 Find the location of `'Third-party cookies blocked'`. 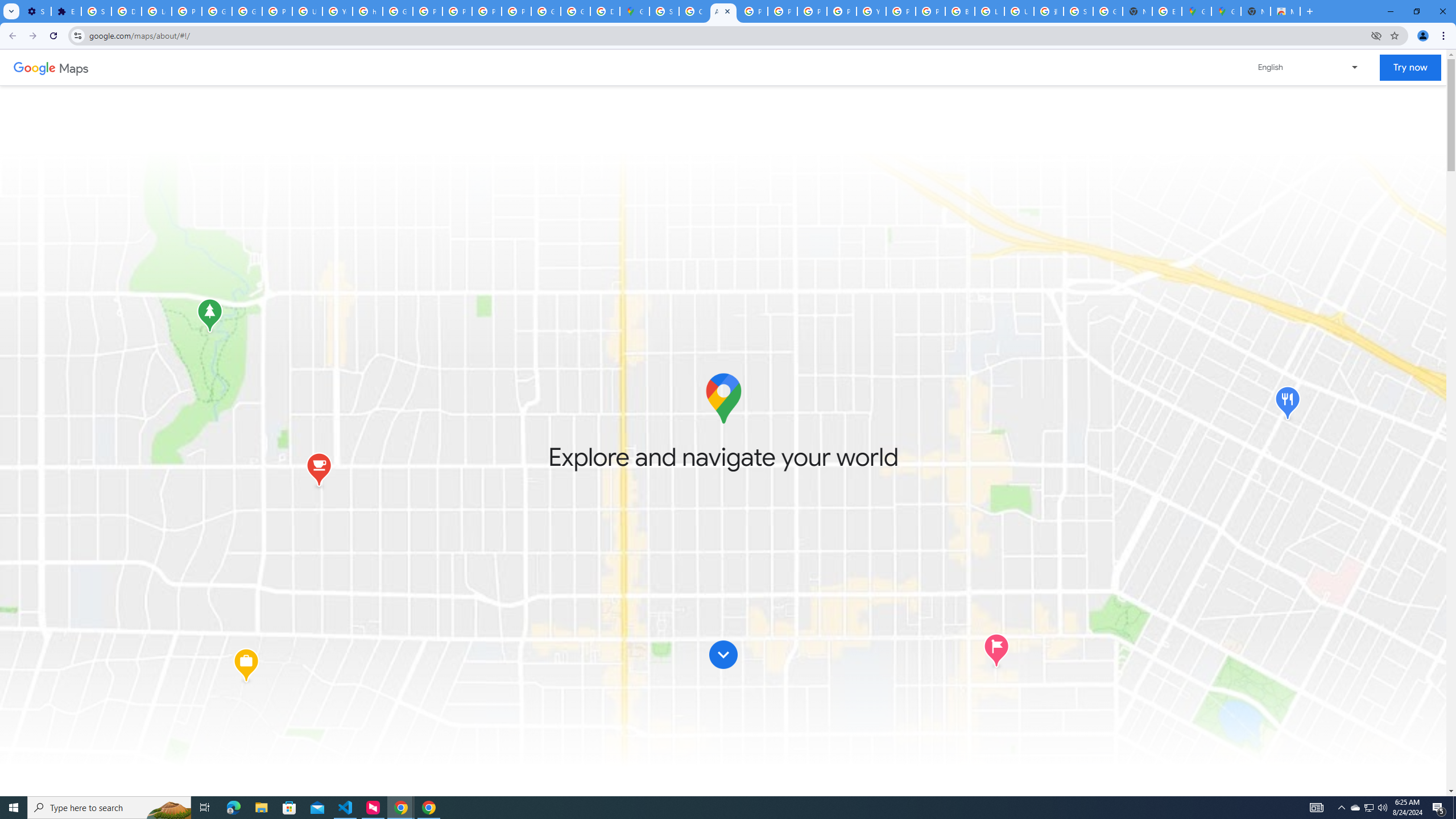

'Third-party cookies blocked' is located at coordinates (1376, 35).